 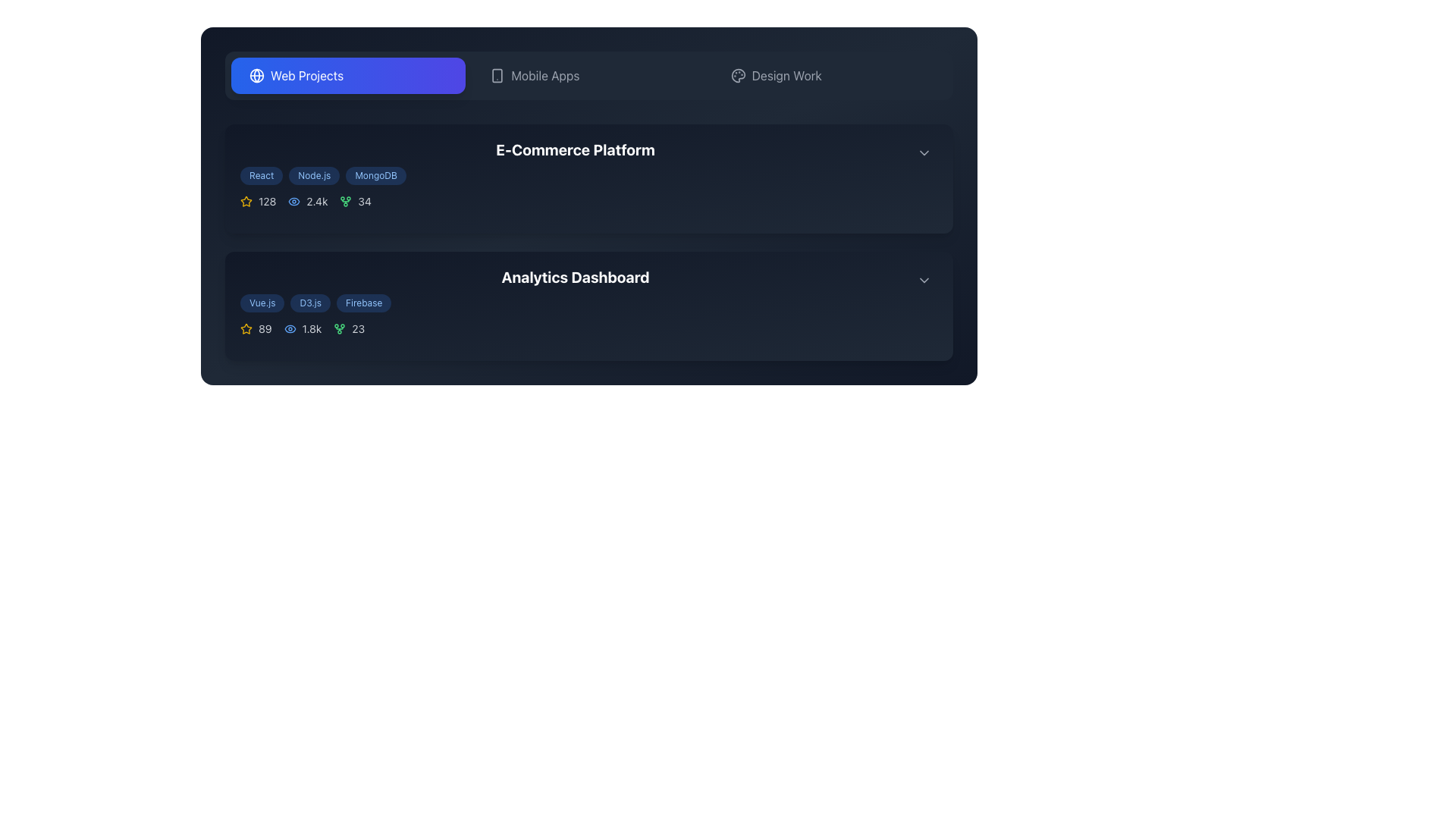 I want to click on the static text label displaying the numeric value '128', so click(x=267, y=201).